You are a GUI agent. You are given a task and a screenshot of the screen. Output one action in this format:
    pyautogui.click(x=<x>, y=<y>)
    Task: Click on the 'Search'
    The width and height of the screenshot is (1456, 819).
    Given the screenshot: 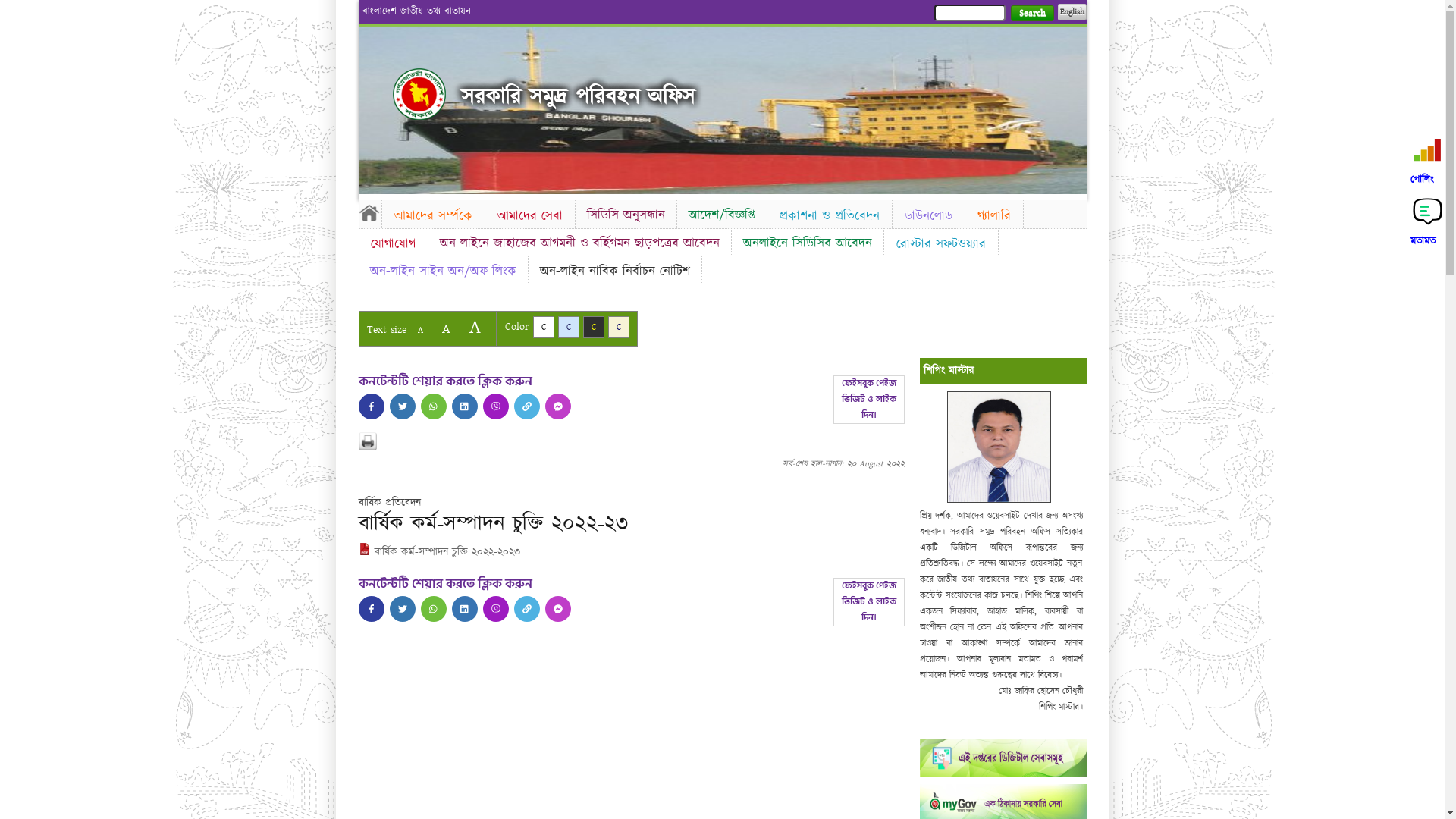 What is the action you would take?
    pyautogui.click(x=1009, y=13)
    